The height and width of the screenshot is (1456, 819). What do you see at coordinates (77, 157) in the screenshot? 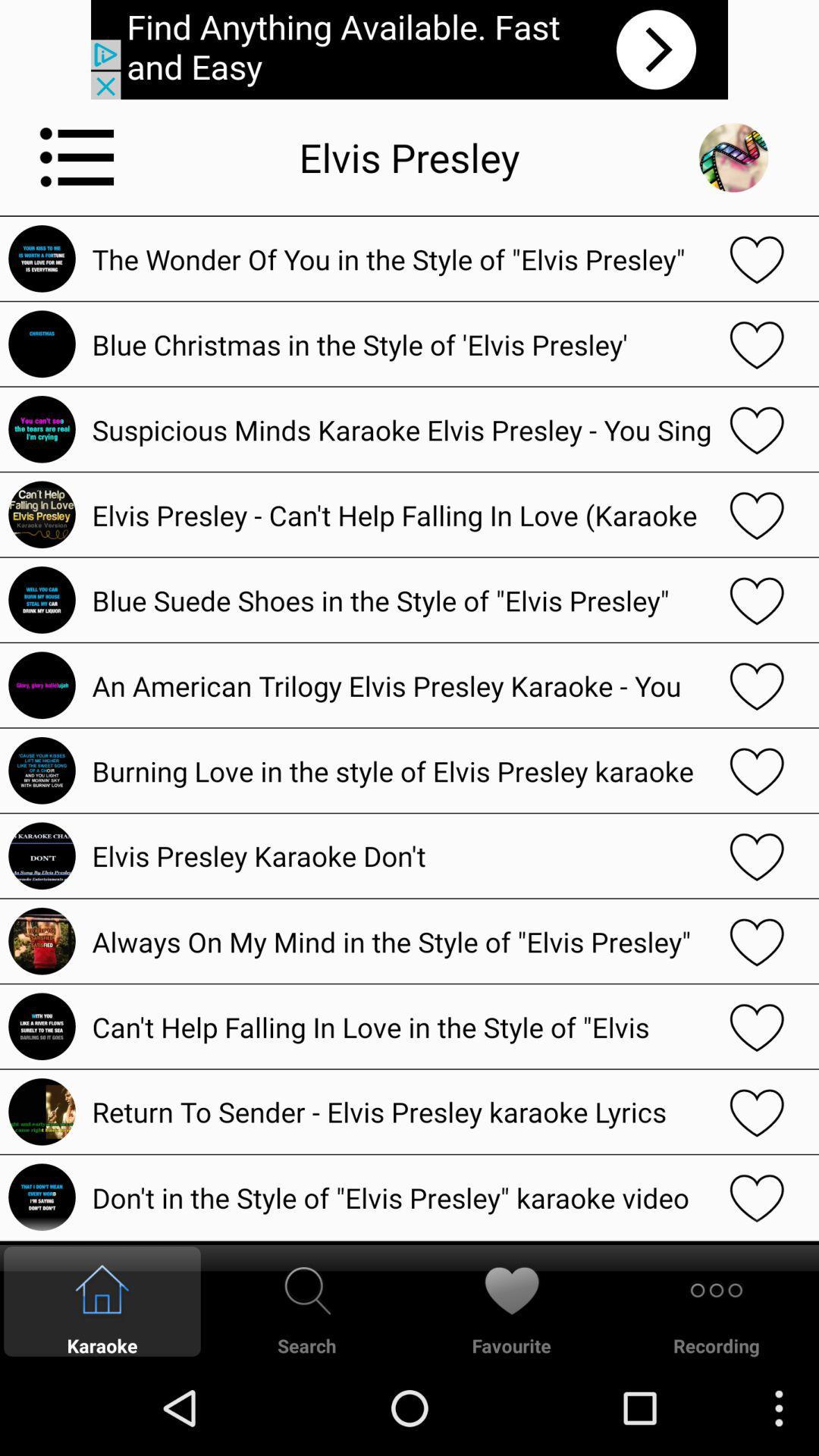
I see `open options menu` at bounding box center [77, 157].